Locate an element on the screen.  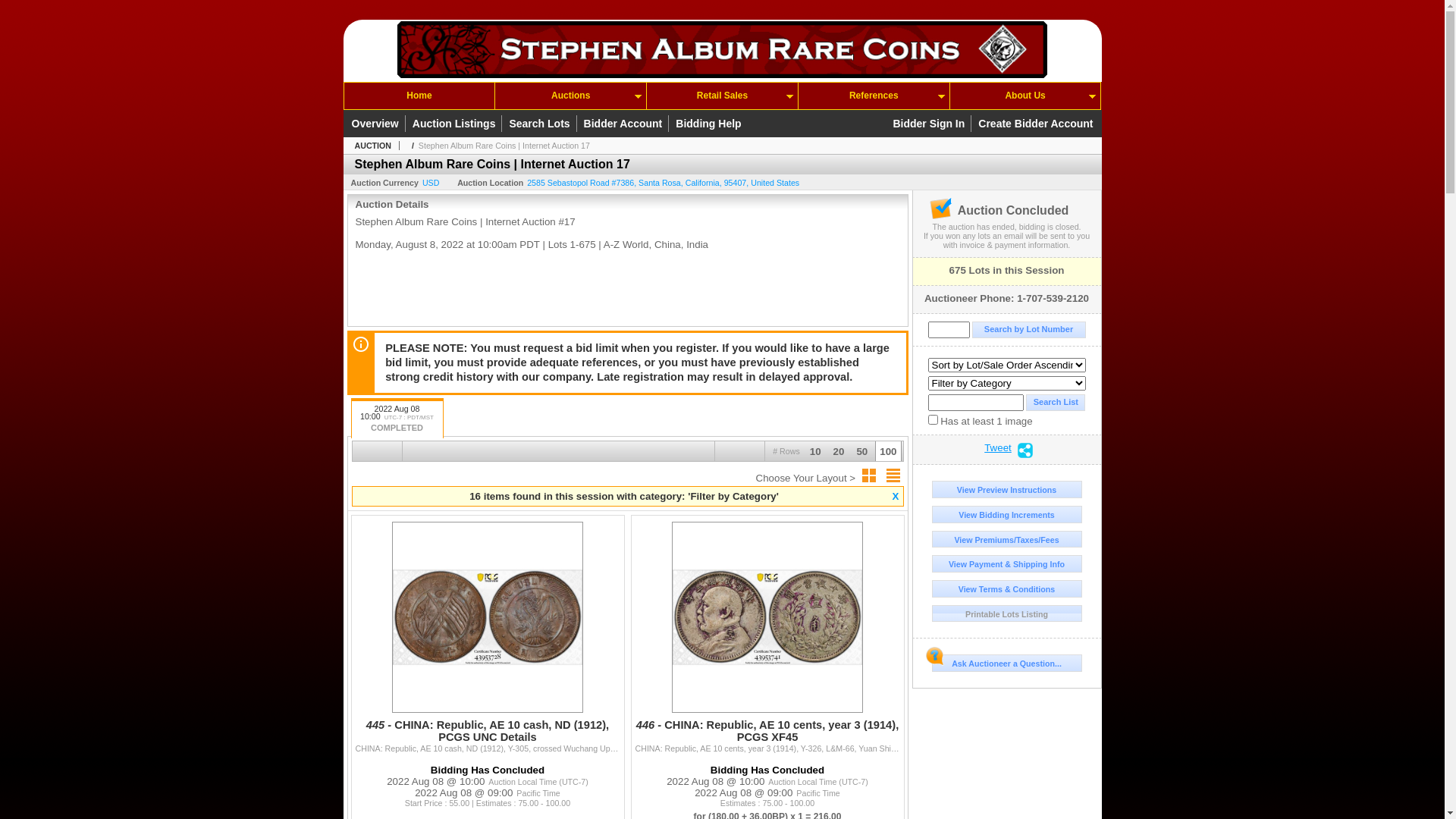
'View Preview Instructions' is located at coordinates (930, 489).